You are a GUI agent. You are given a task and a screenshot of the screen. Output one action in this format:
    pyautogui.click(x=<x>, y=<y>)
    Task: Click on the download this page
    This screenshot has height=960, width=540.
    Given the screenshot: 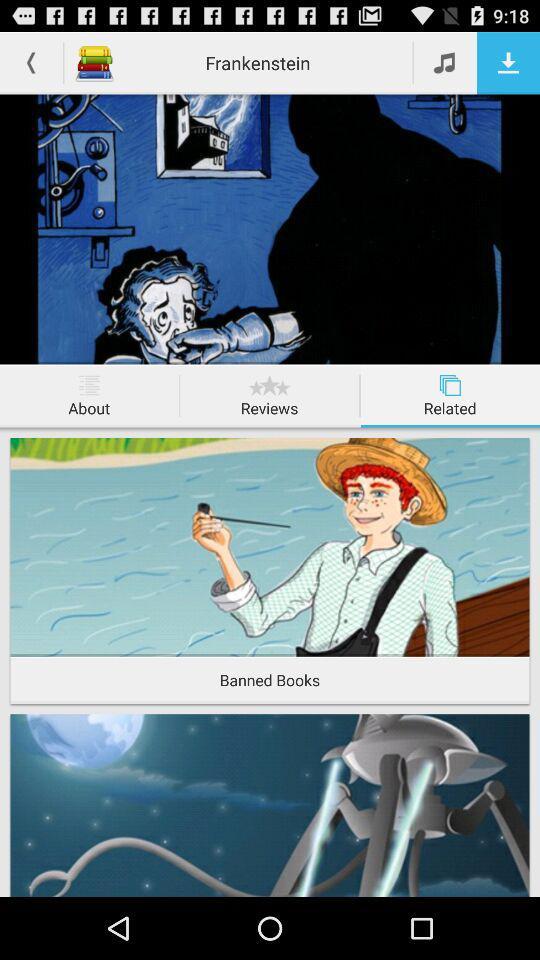 What is the action you would take?
    pyautogui.click(x=508, y=62)
    